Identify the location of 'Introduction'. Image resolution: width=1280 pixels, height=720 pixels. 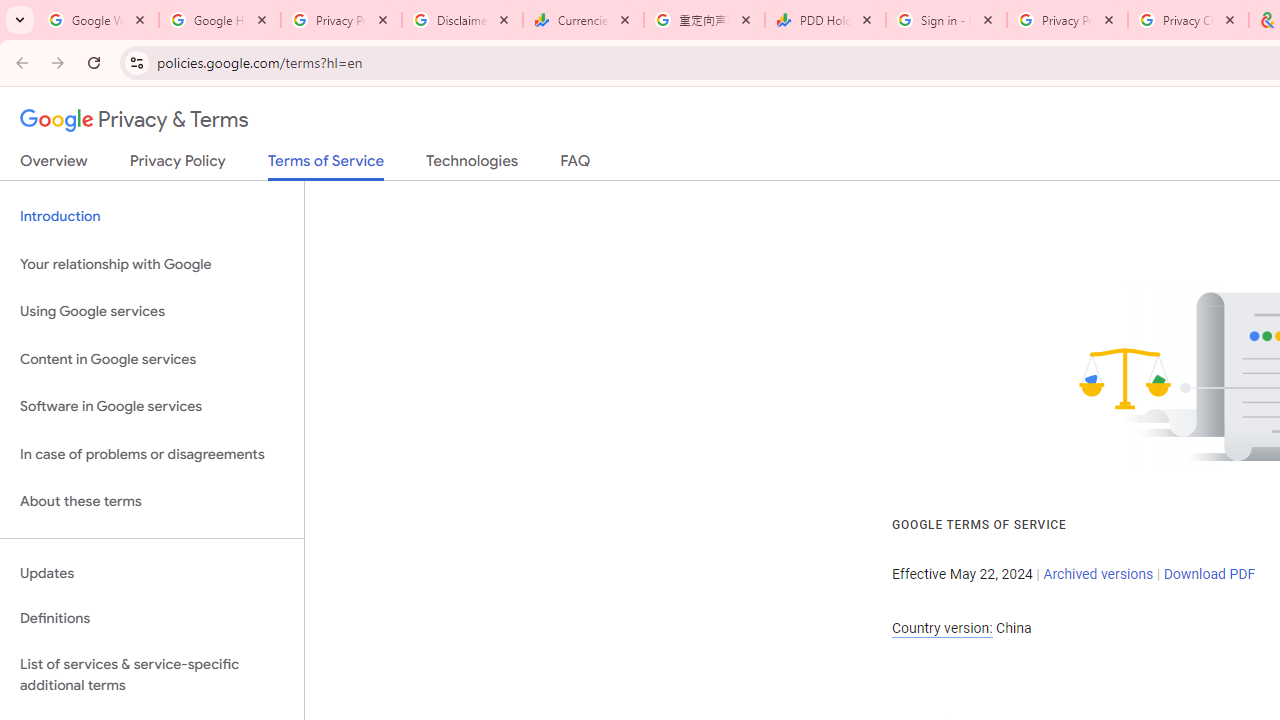
(151, 217).